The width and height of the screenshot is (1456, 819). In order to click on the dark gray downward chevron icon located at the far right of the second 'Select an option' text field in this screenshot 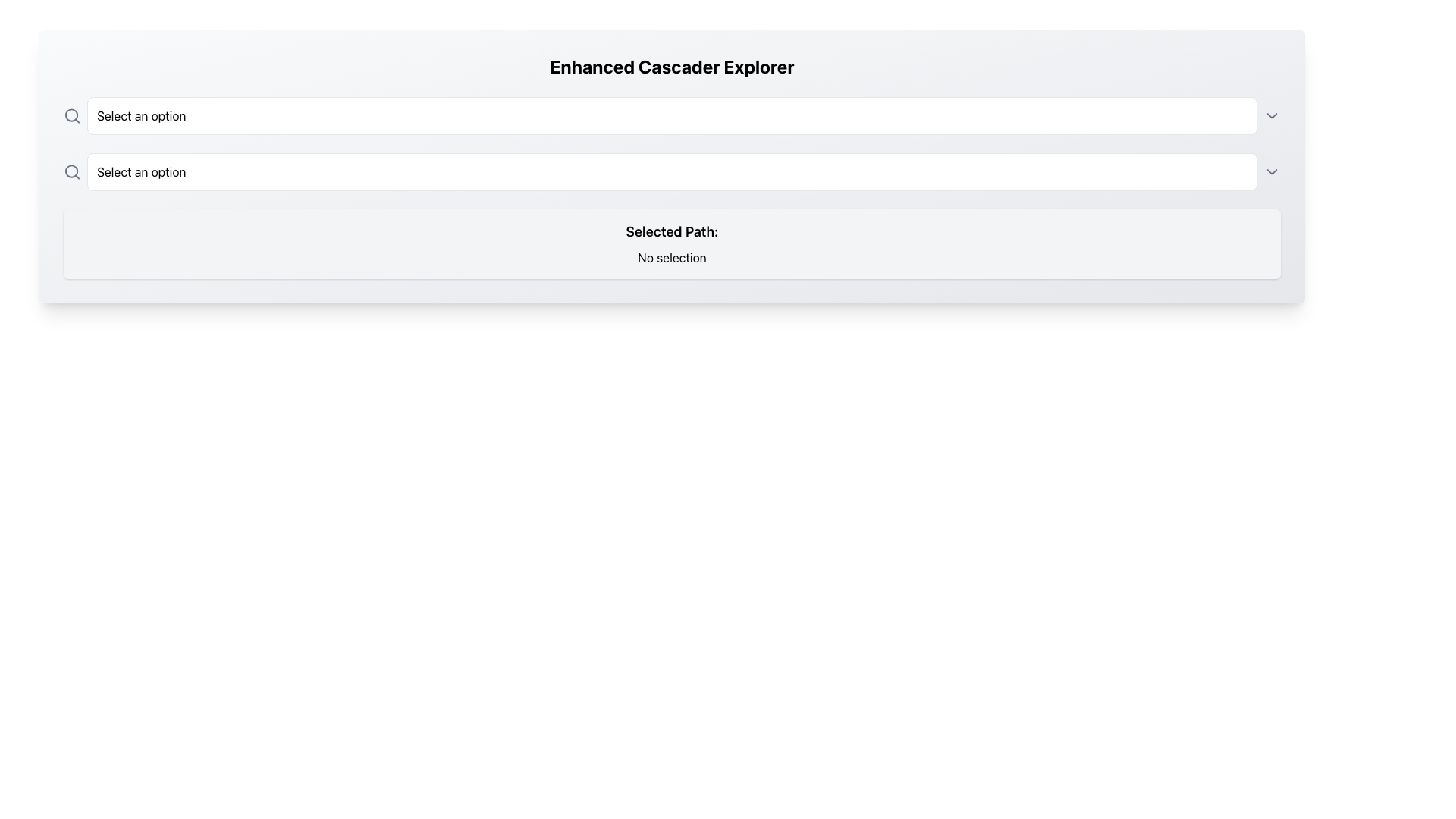, I will do `click(1272, 171)`.